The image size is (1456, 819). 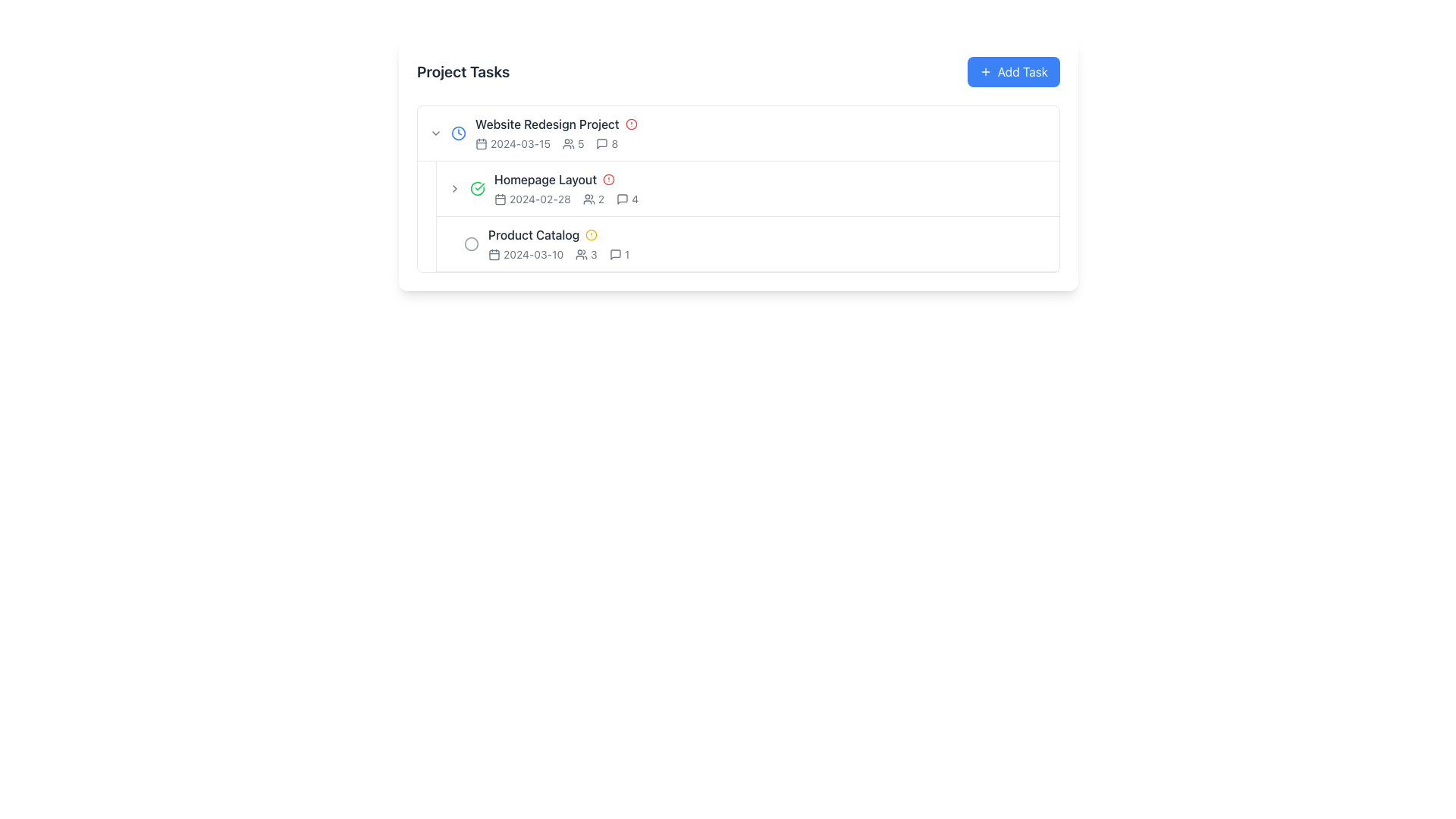 What do you see at coordinates (593, 253) in the screenshot?
I see `the numerical indicator text associated with the 'Homepage Layout' task row` at bounding box center [593, 253].